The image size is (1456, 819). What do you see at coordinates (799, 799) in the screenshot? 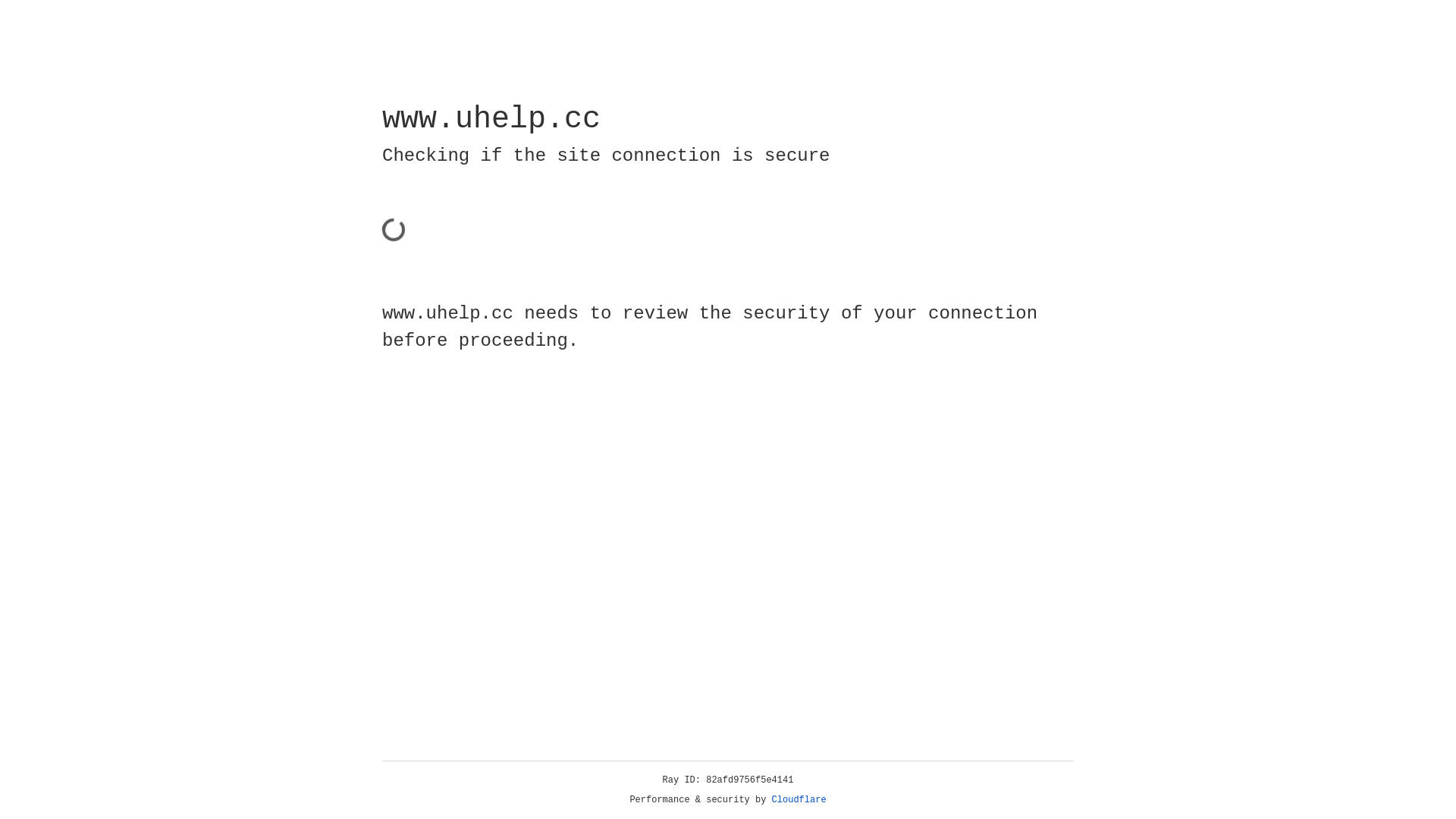
I see `'Cloudflare'` at bounding box center [799, 799].